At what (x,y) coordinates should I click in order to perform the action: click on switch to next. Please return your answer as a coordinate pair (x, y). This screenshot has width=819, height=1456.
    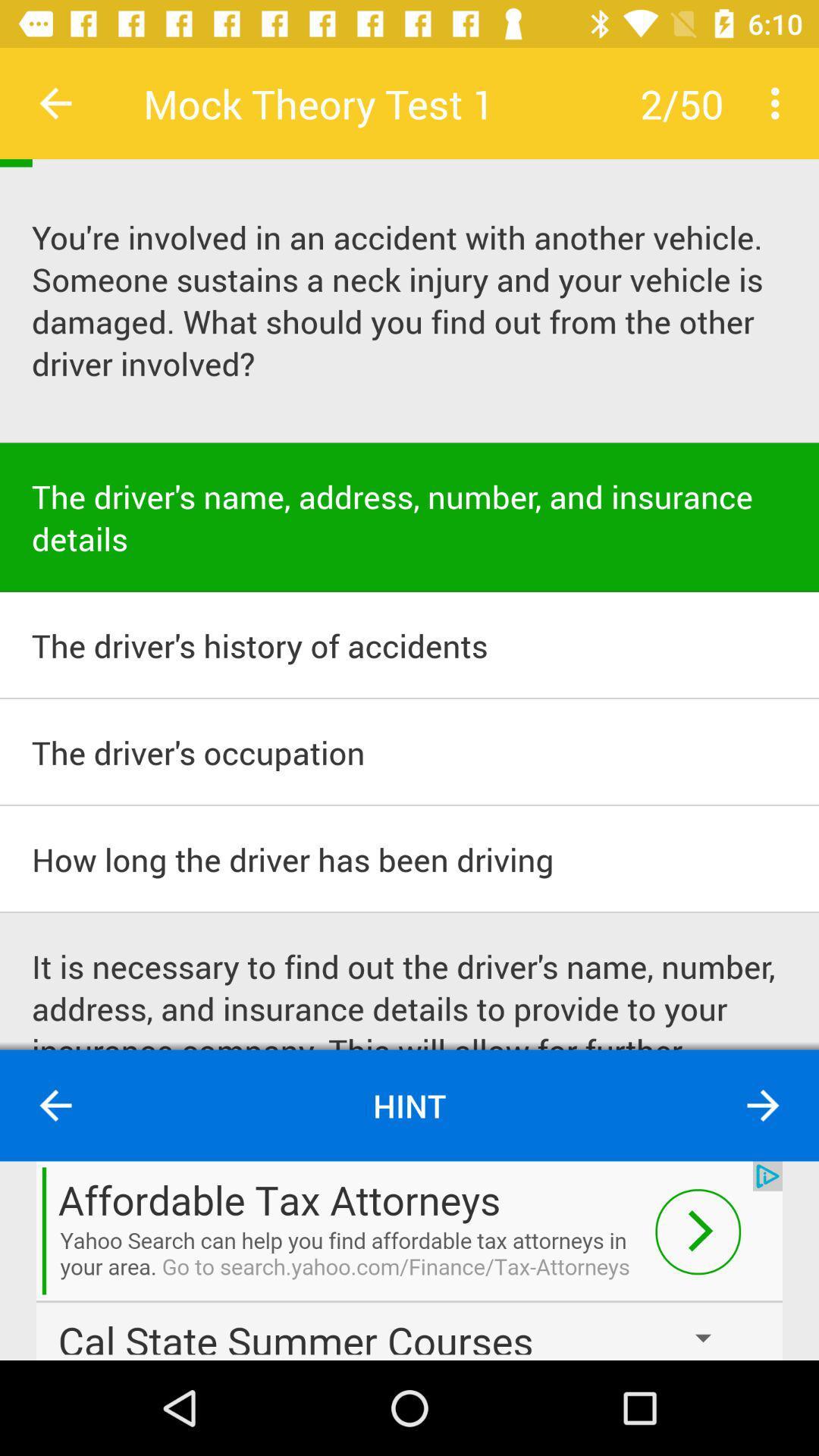
    Looking at the image, I should click on (763, 1106).